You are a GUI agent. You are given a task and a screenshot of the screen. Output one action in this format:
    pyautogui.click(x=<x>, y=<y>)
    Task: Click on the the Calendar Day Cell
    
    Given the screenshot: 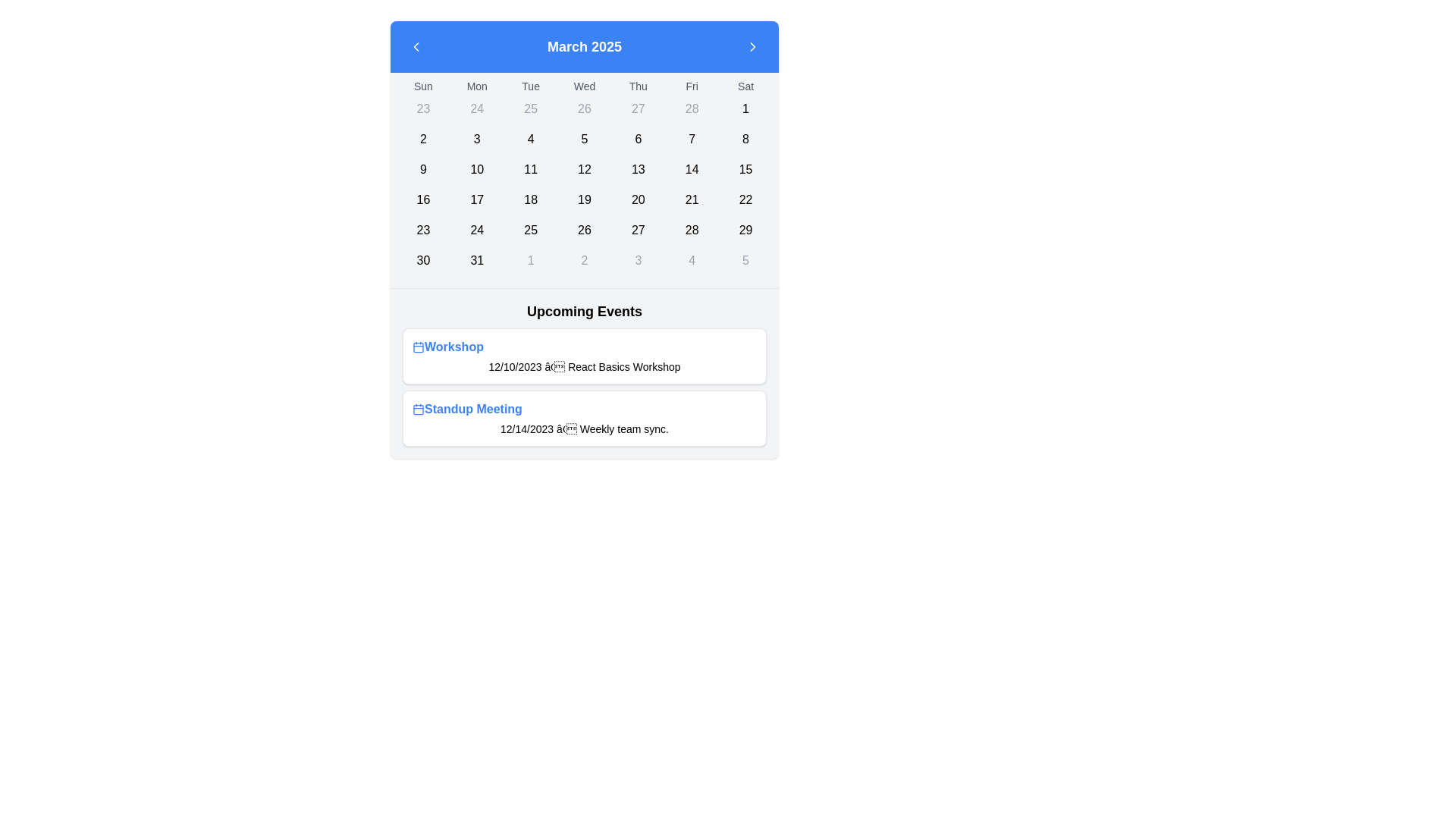 What is the action you would take?
    pyautogui.click(x=691, y=259)
    